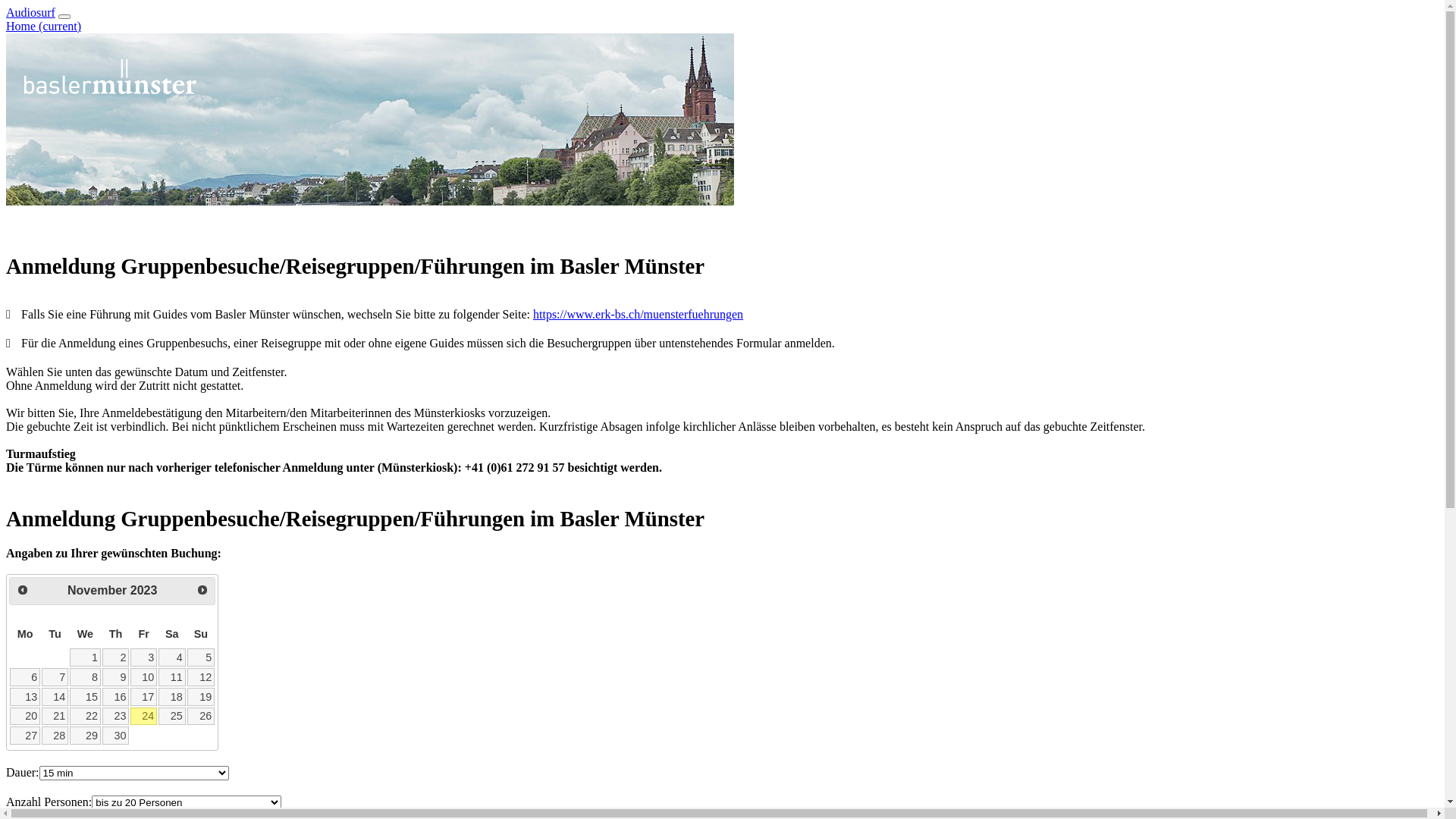  What do you see at coordinates (115, 717) in the screenshot?
I see `'23'` at bounding box center [115, 717].